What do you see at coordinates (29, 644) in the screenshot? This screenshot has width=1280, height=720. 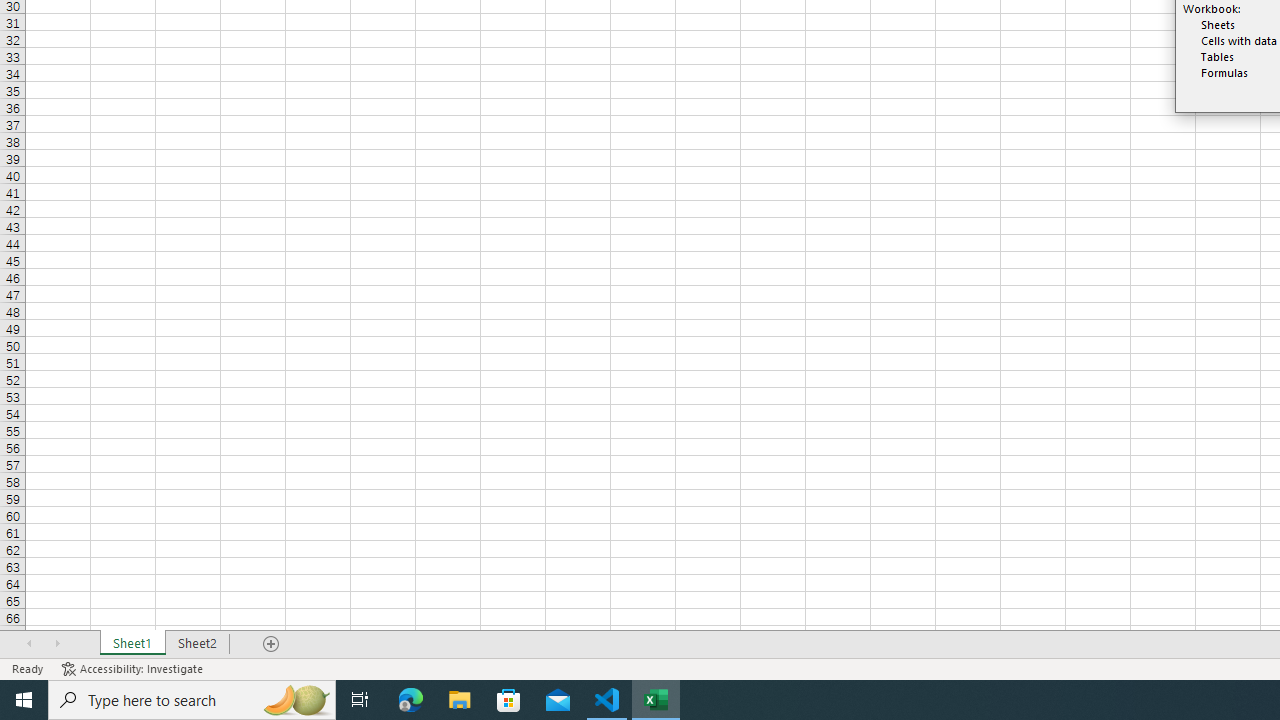 I see `'Scroll Left'` at bounding box center [29, 644].